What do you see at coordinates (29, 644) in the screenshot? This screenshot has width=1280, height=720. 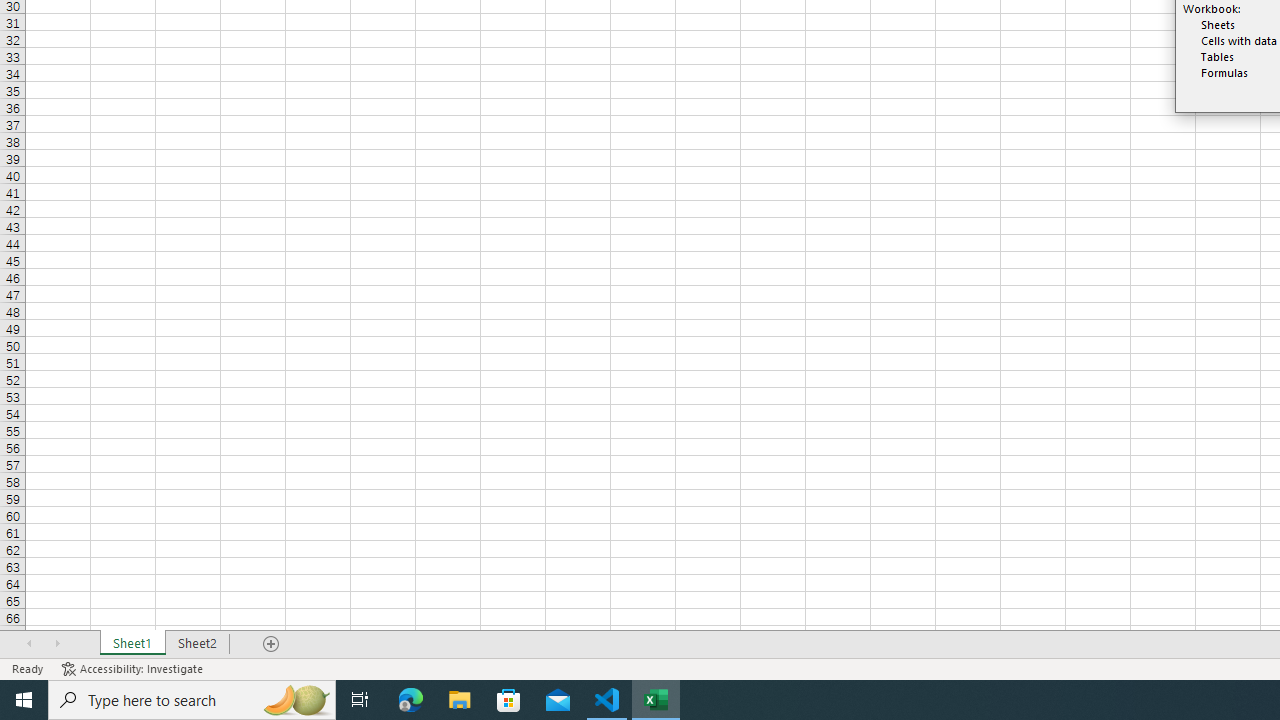 I see `'Scroll Left'` at bounding box center [29, 644].